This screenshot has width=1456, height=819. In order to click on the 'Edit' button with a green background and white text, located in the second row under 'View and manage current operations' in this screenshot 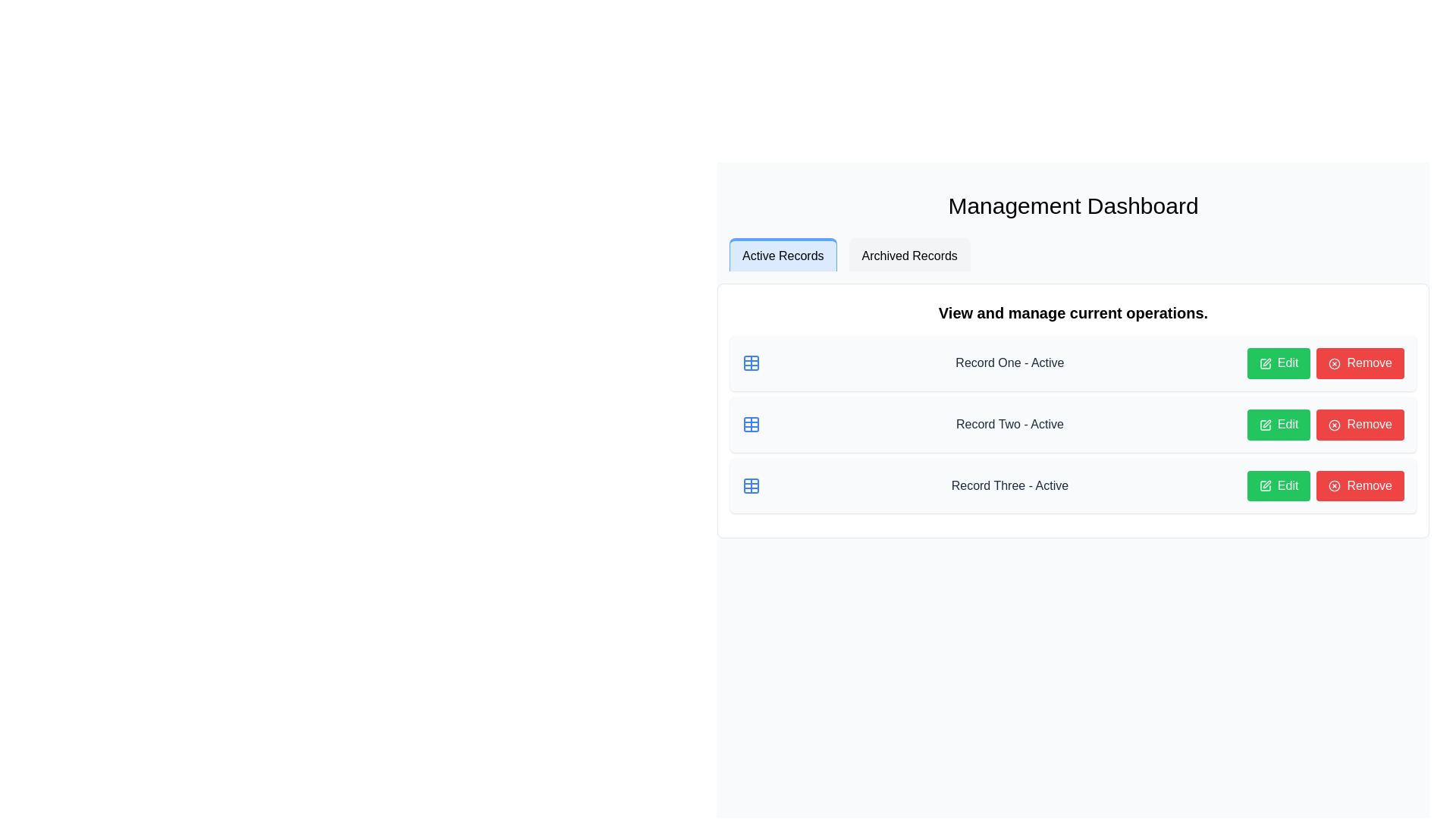, I will do `click(1278, 425)`.